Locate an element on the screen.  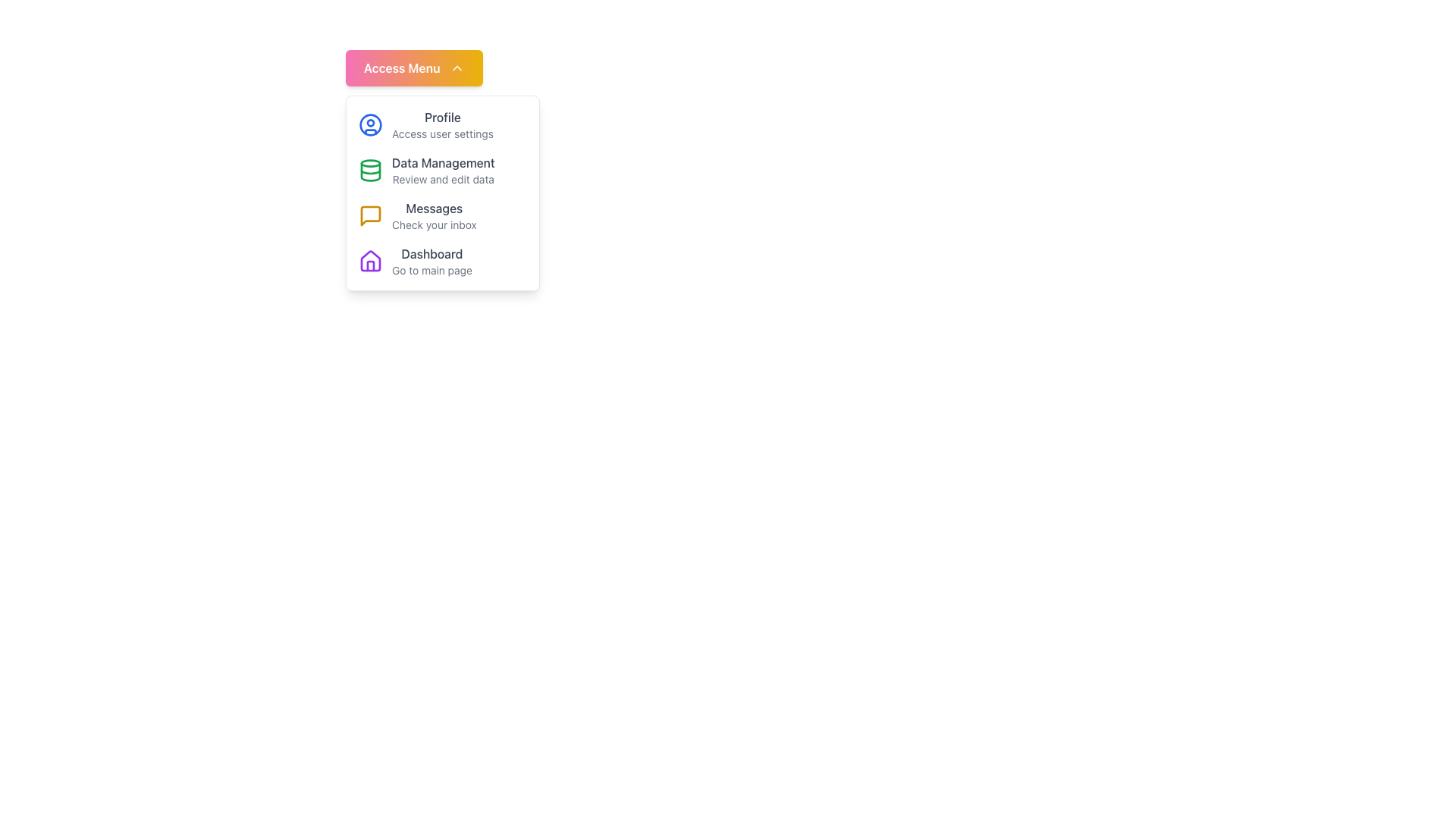
the first menu option entry directly beneath the 'Access Menu' label is located at coordinates (442, 124).